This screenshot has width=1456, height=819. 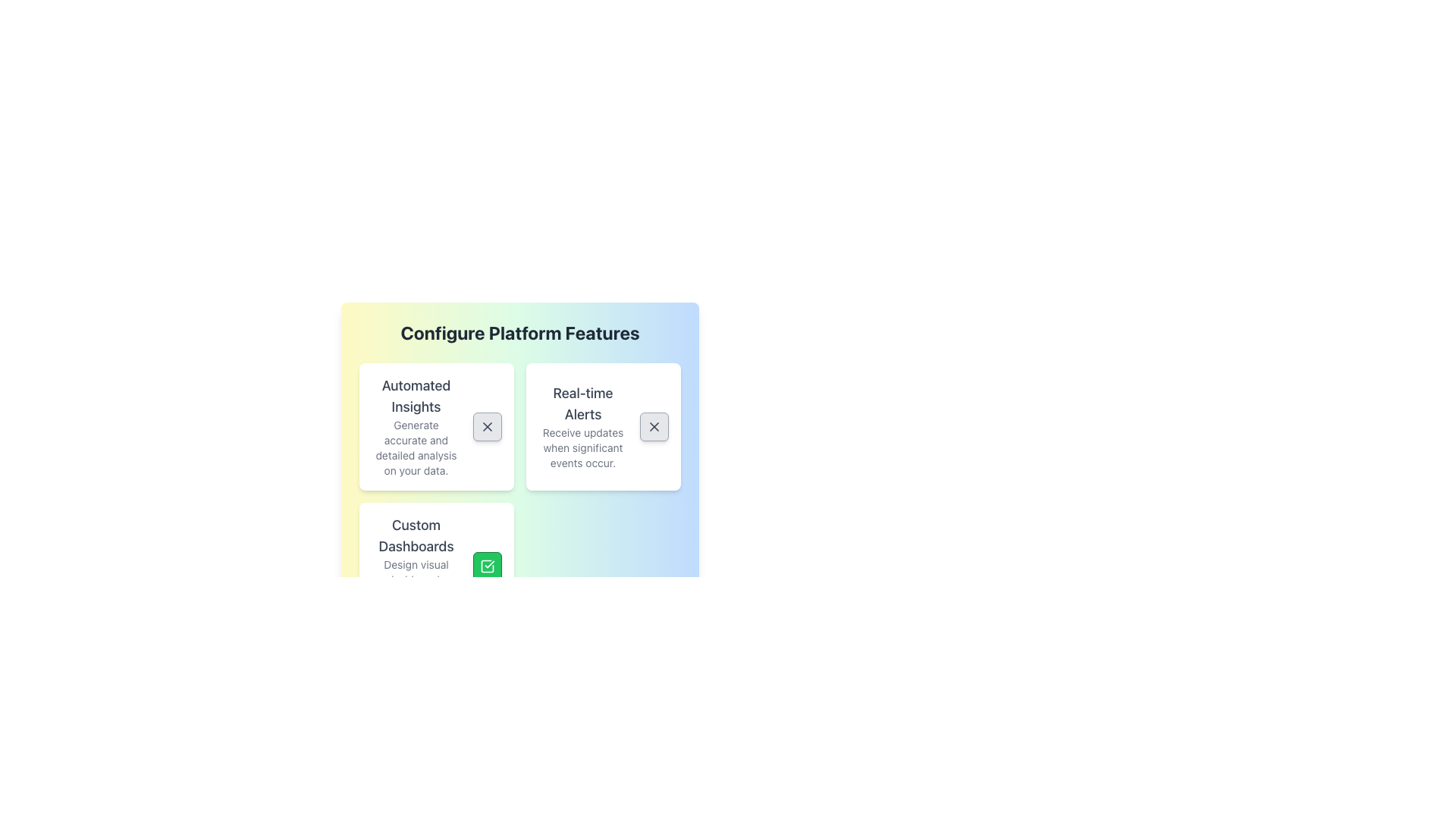 What do you see at coordinates (416, 447) in the screenshot?
I see `the text label that contains the content 'Generate accurate and detailed analysis on your data.' which is styled in a small font size and gray color, located under the heading 'Automated Insights'` at bounding box center [416, 447].